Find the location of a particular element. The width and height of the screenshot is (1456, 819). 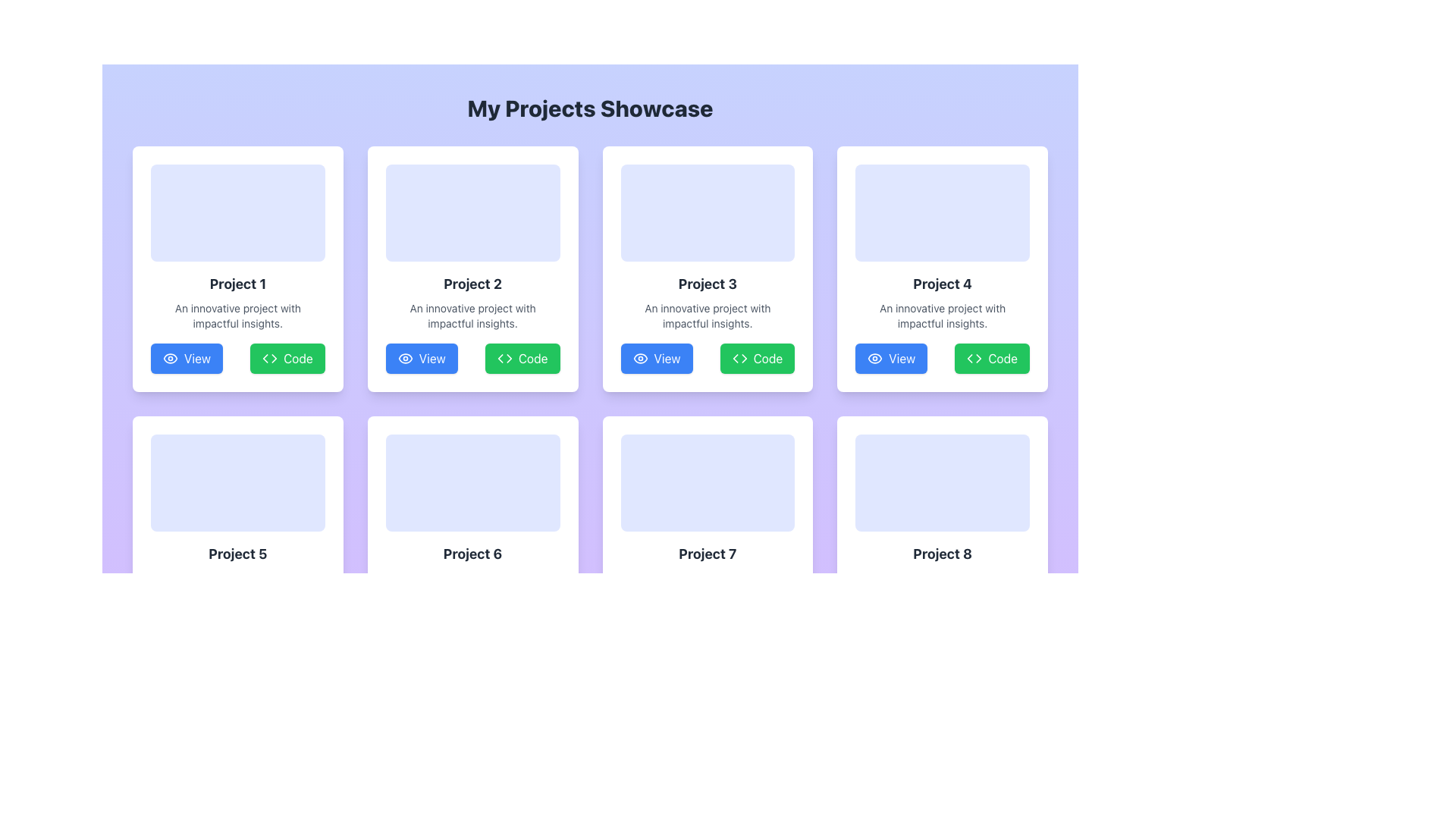

the descriptive text label located below the title in the 'Project 2' card is located at coordinates (472, 315).